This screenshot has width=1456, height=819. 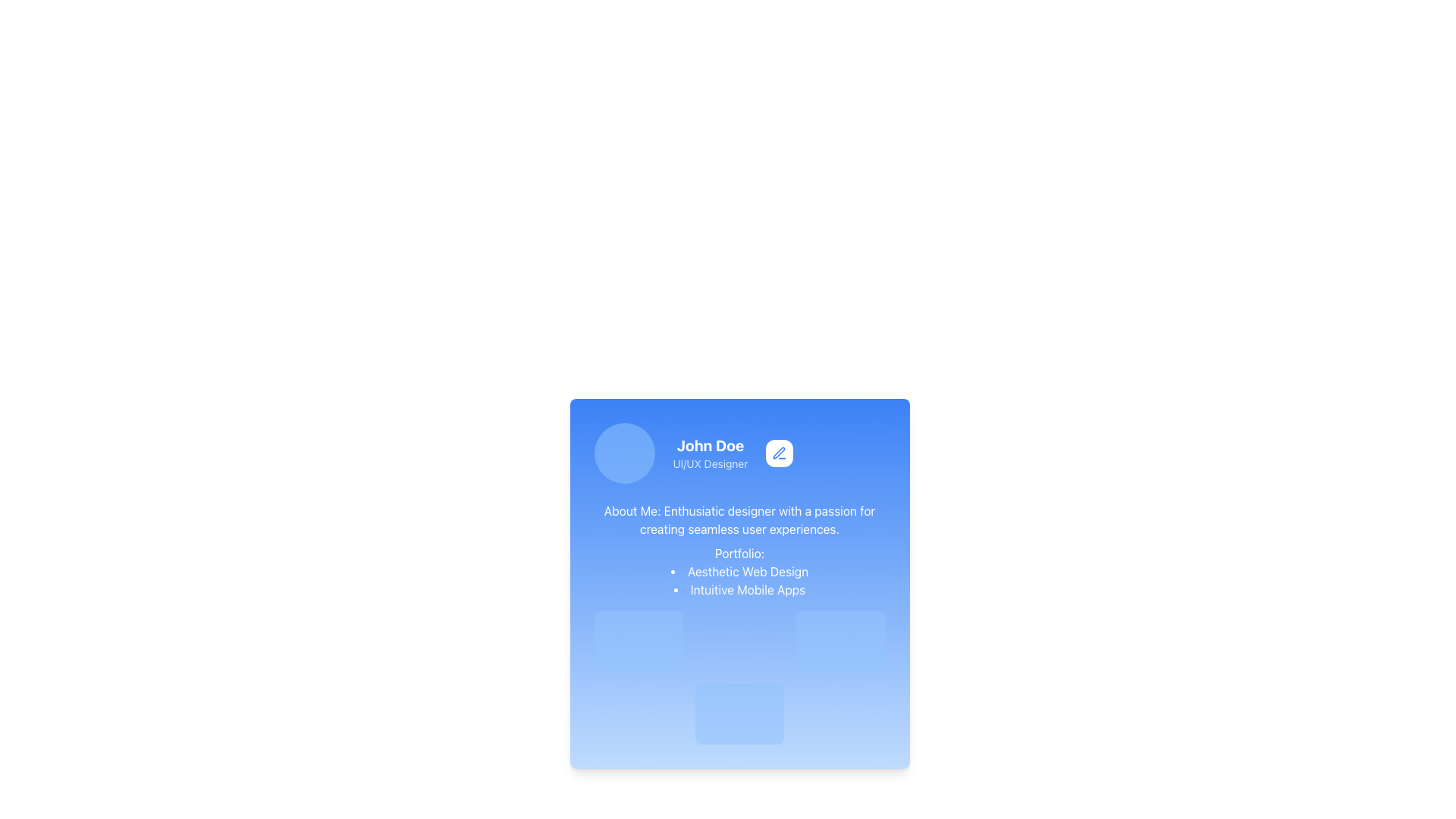 I want to click on the Decorative placeholder block with animated styling, which is a rounded rectangular block with a blue background located in the first column of the second row in a grid layout, so click(x=639, y=714).